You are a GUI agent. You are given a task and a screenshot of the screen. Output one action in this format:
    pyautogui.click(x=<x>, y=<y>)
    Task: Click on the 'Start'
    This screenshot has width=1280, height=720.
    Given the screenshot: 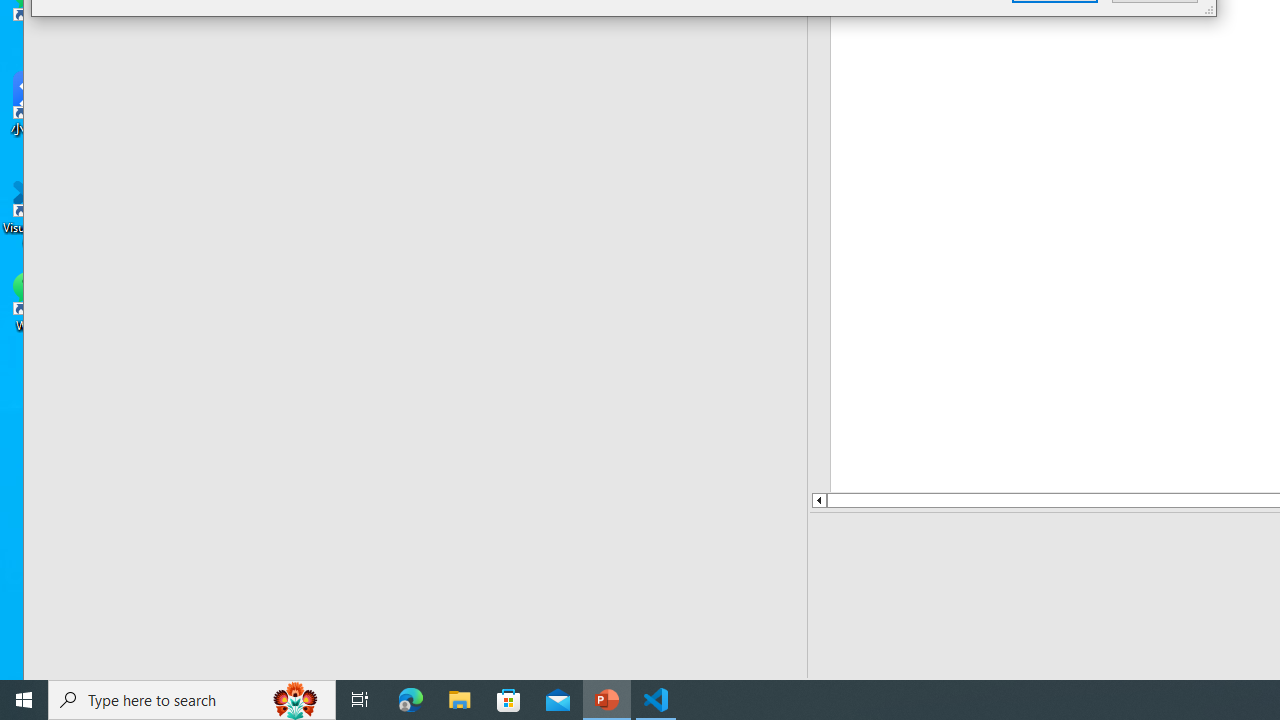 What is the action you would take?
    pyautogui.click(x=24, y=698)
    